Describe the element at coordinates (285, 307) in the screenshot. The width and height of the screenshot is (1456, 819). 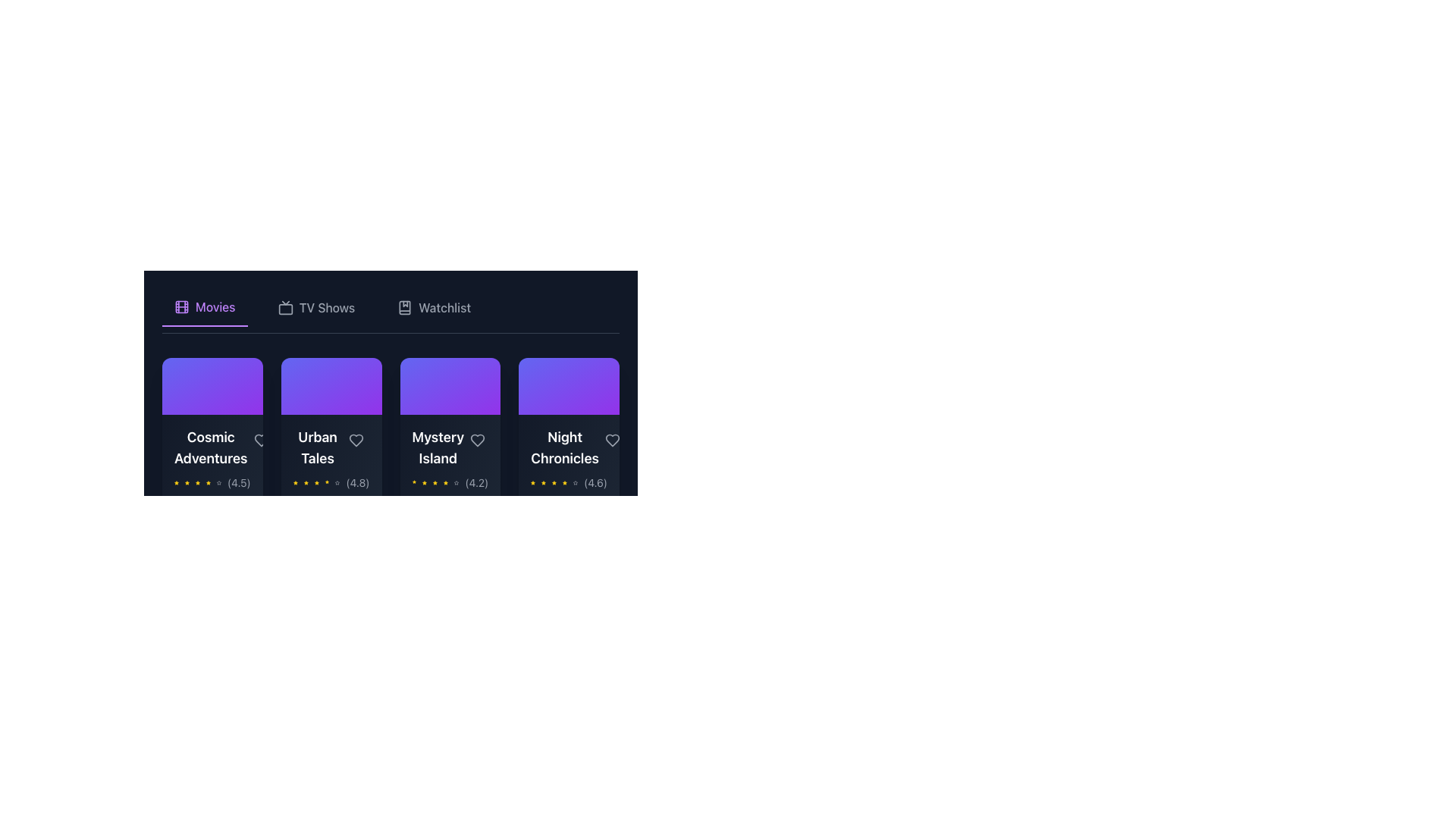
I see `the television icon in the navigation bar` at that location.